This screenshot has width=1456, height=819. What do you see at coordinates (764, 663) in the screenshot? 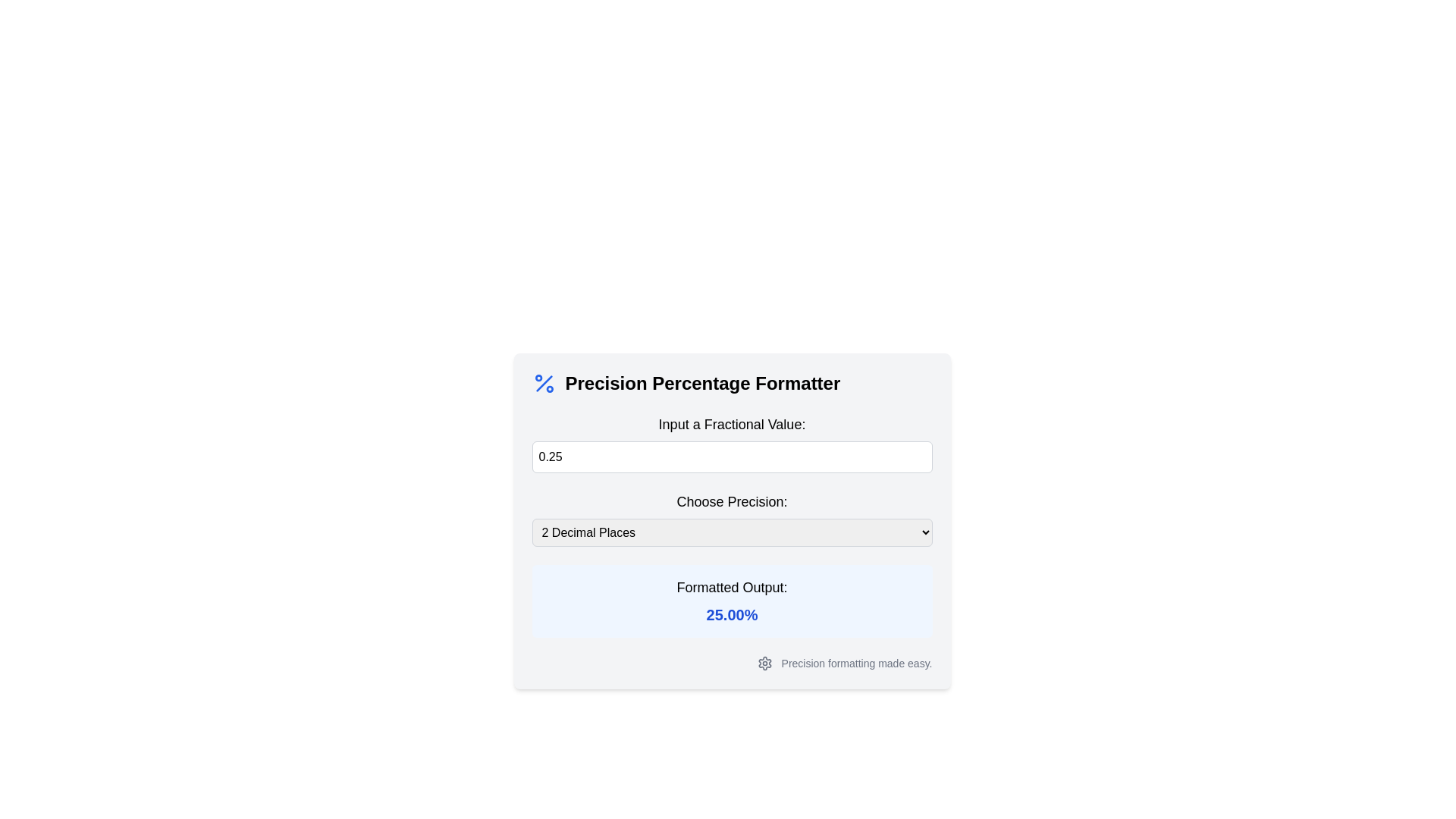
I see `the gear-shaped icon located near the bottom-right corner of the interface` at bounding box center [764, 663].